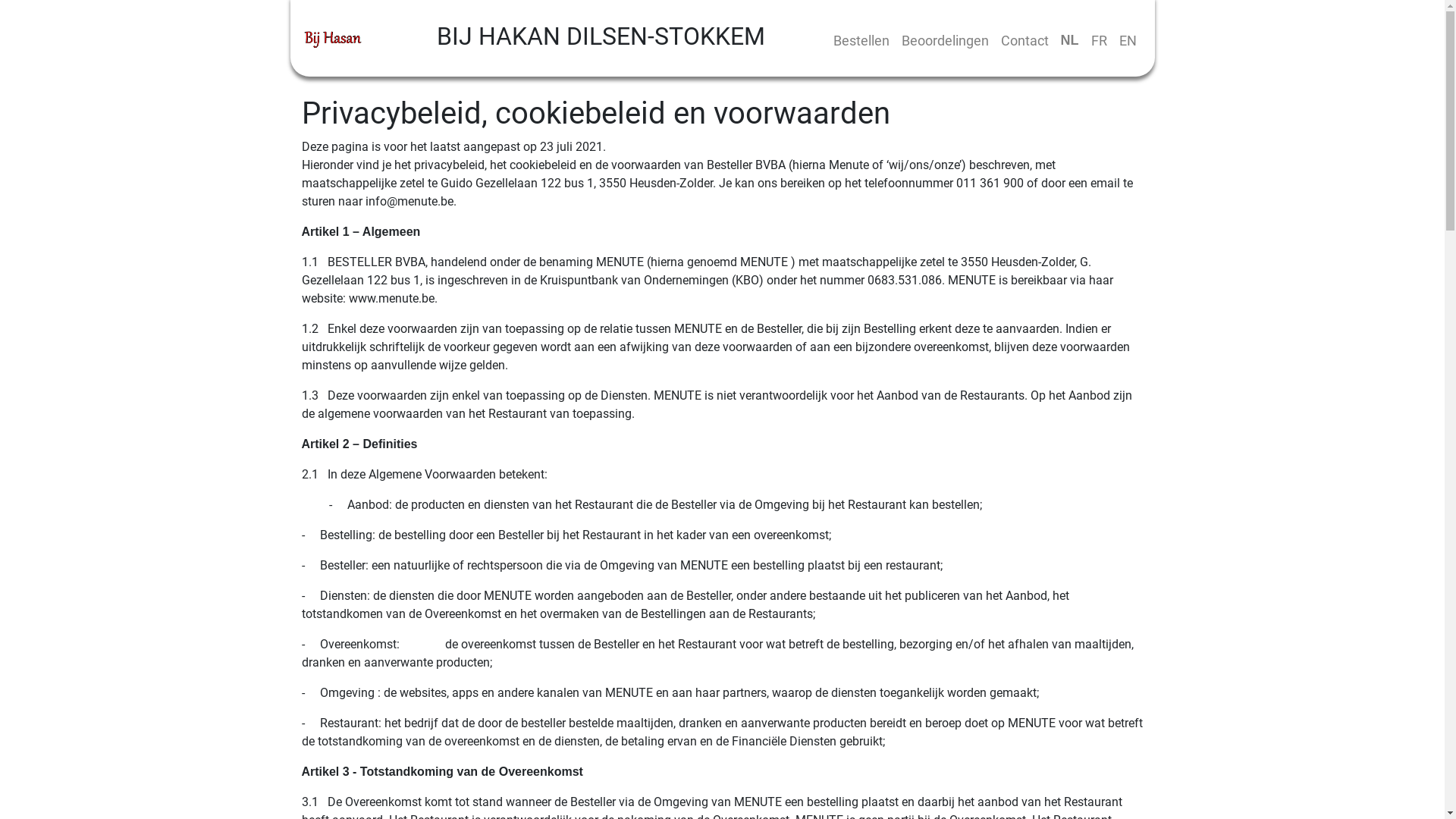  I want to click on 'Contact', so click(994, 39).